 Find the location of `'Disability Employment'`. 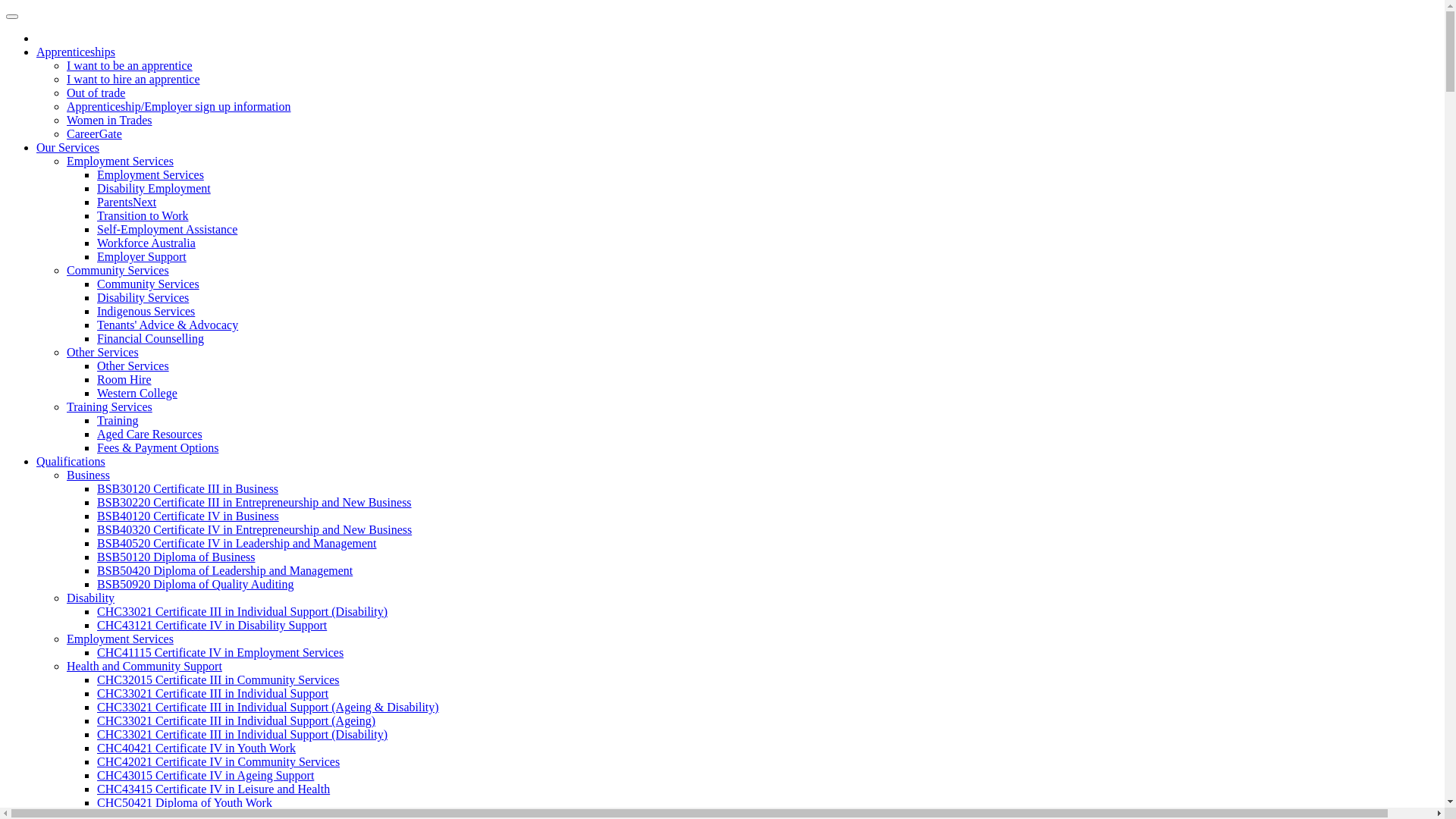

'Disability Employment' is located at coordinates (96, 187).